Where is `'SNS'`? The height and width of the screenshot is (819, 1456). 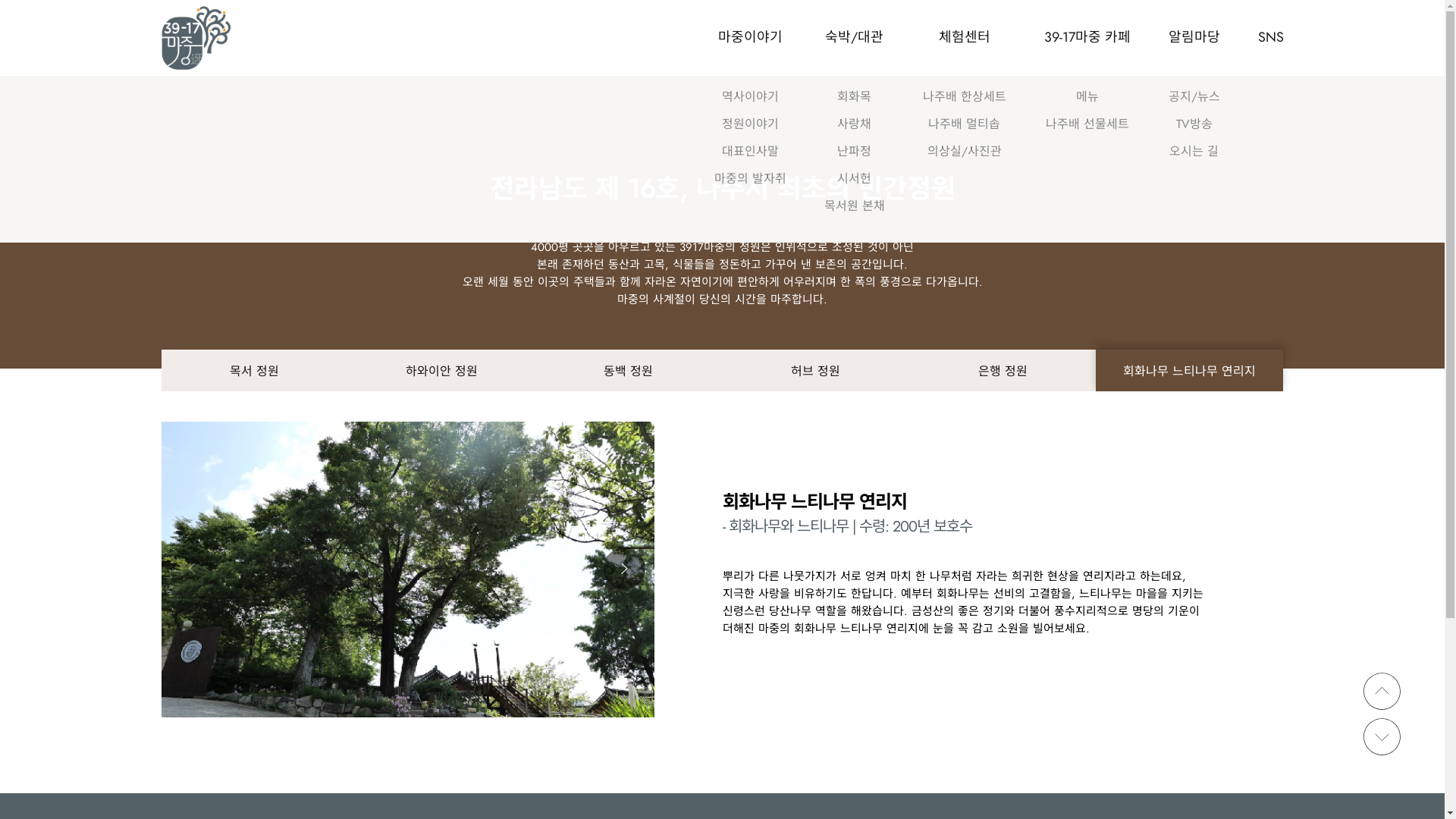
'SNS' is located at coordinates (1270, 37).